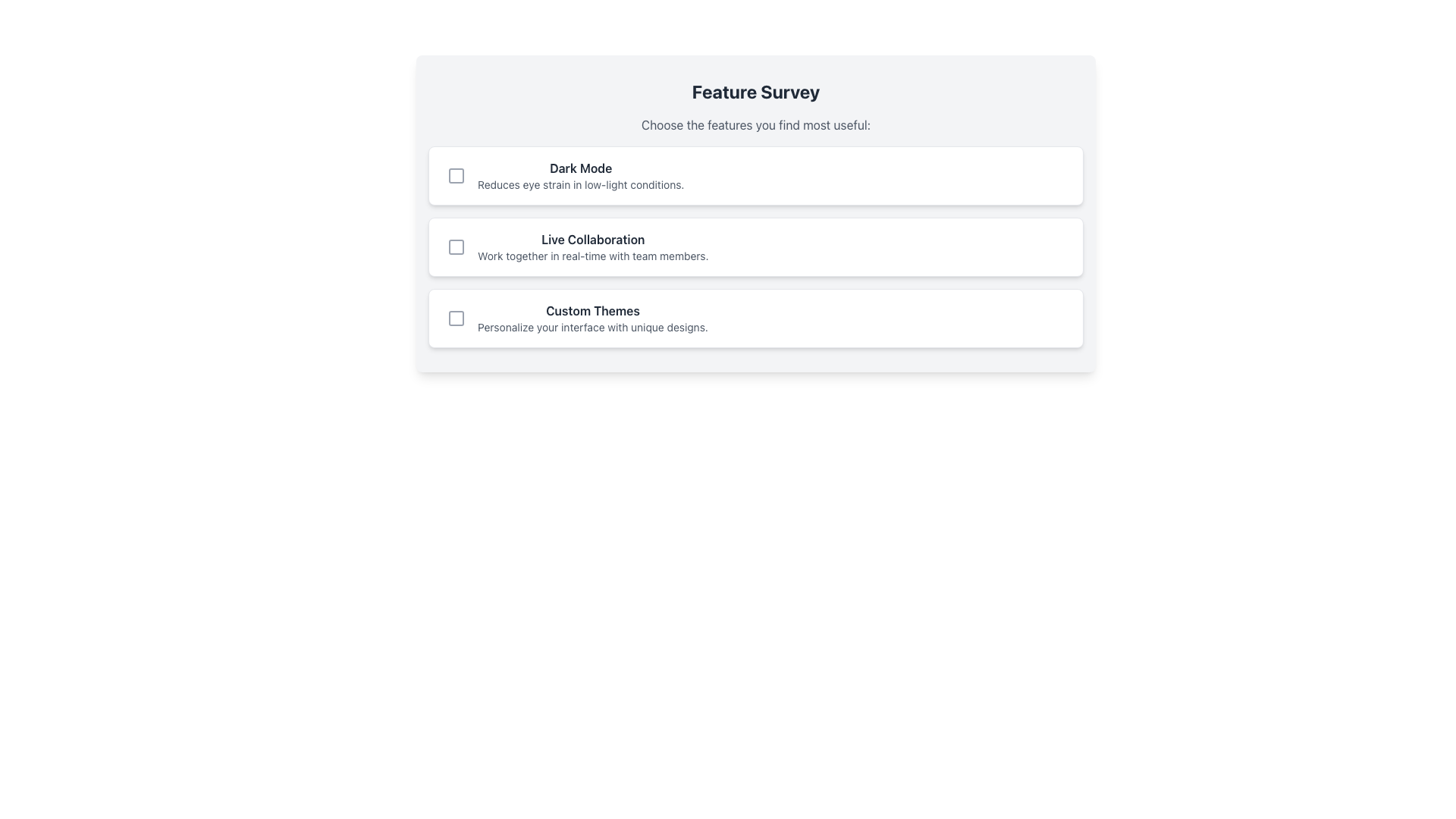 Image resolution: width=1456 pixels, height=819 pixels. Describe the element at coordinates (455, 246) in the screenshot. I see `the Checkbox icon located to the left of the 'Live Collaboration' text` at that location.